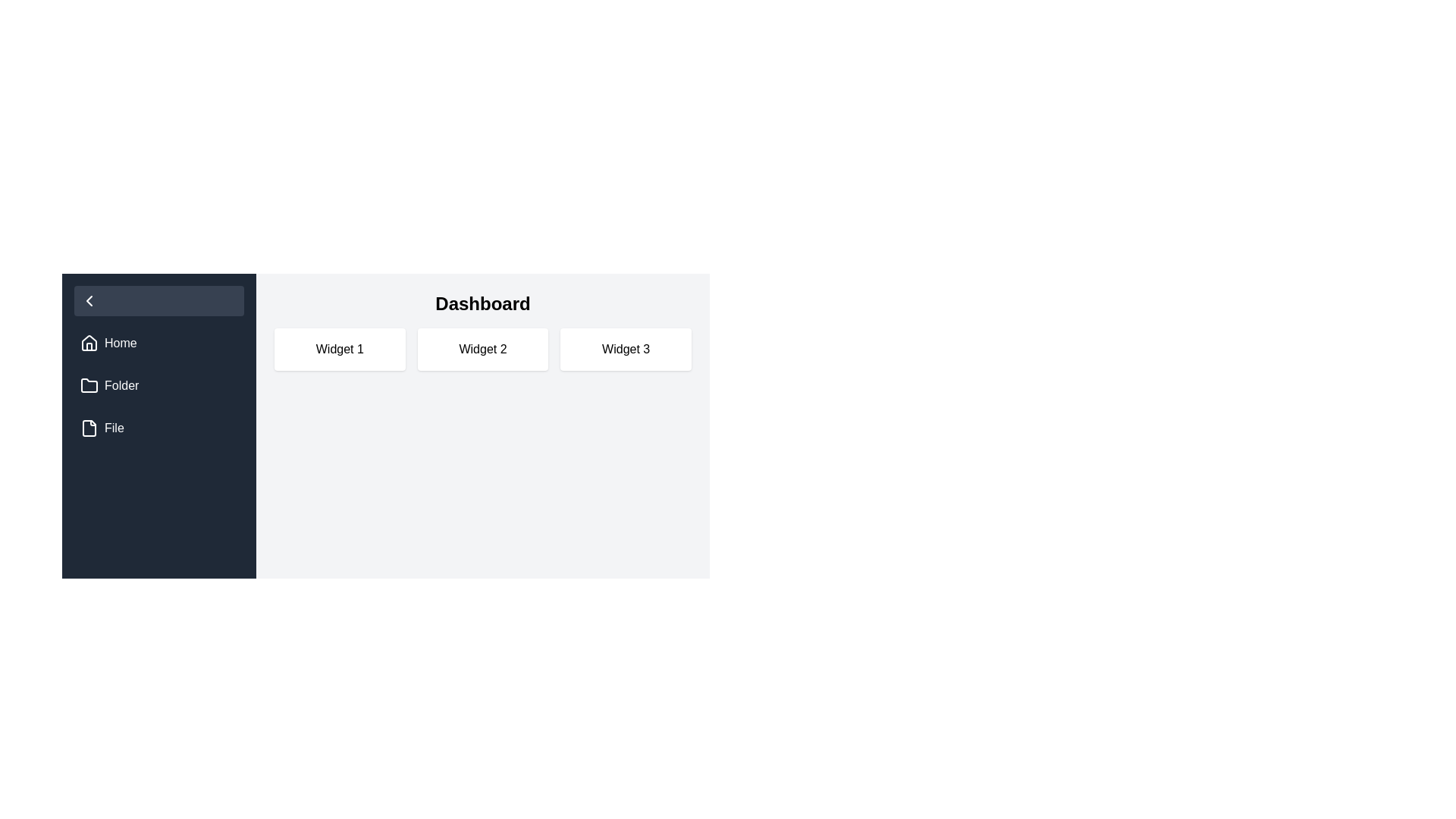  What do you see at coordinates (120, 343) in the screenshot?
I see `the 'Home' text label in the navigational menu, which is aligned next to the house-shaped icon and located at the top of the vertical list of menu items on the left sidebar` at bounding box center [120, 343].